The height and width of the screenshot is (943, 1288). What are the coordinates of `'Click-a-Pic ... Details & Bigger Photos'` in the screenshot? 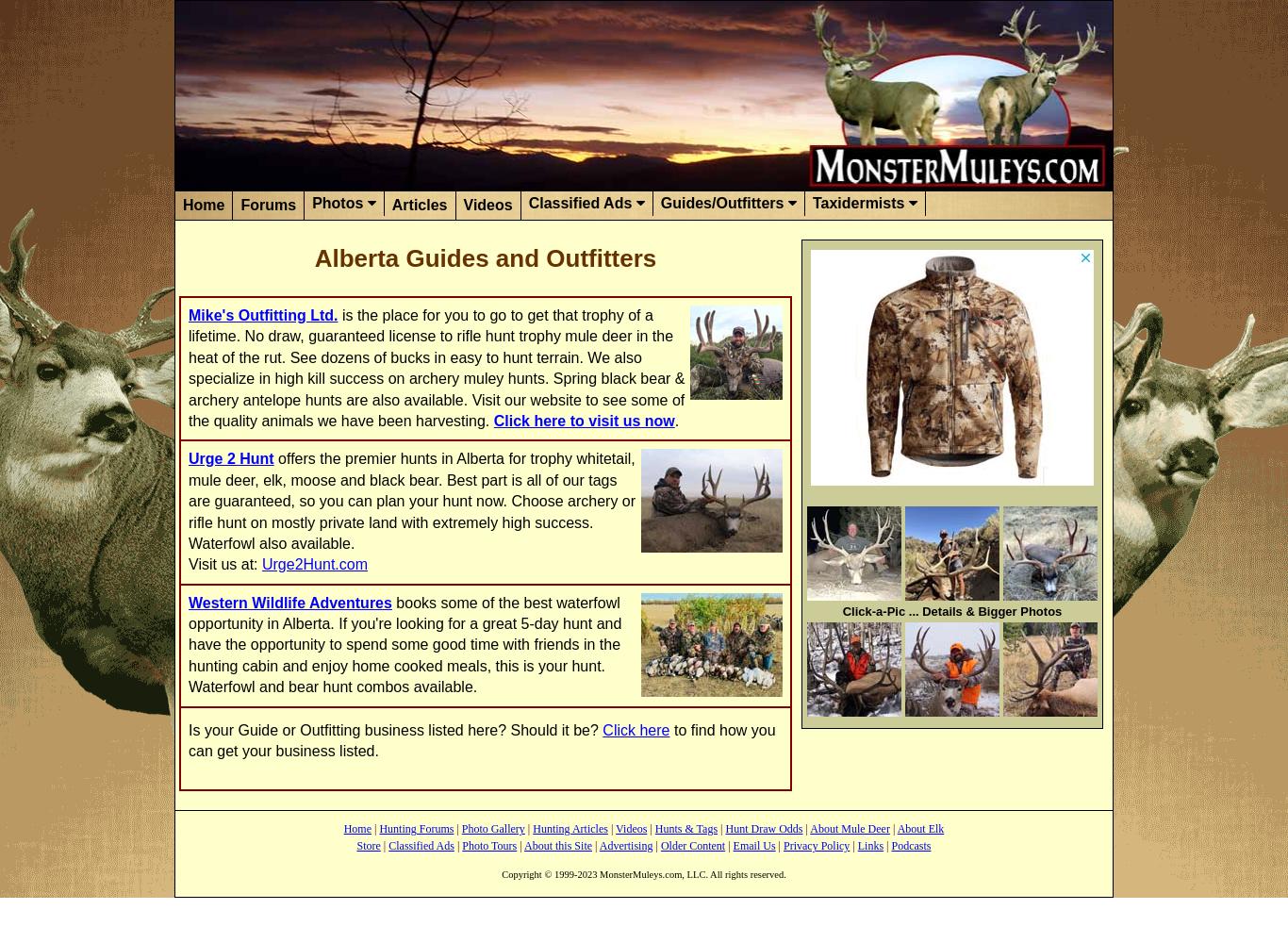 It's located at (951, 610).